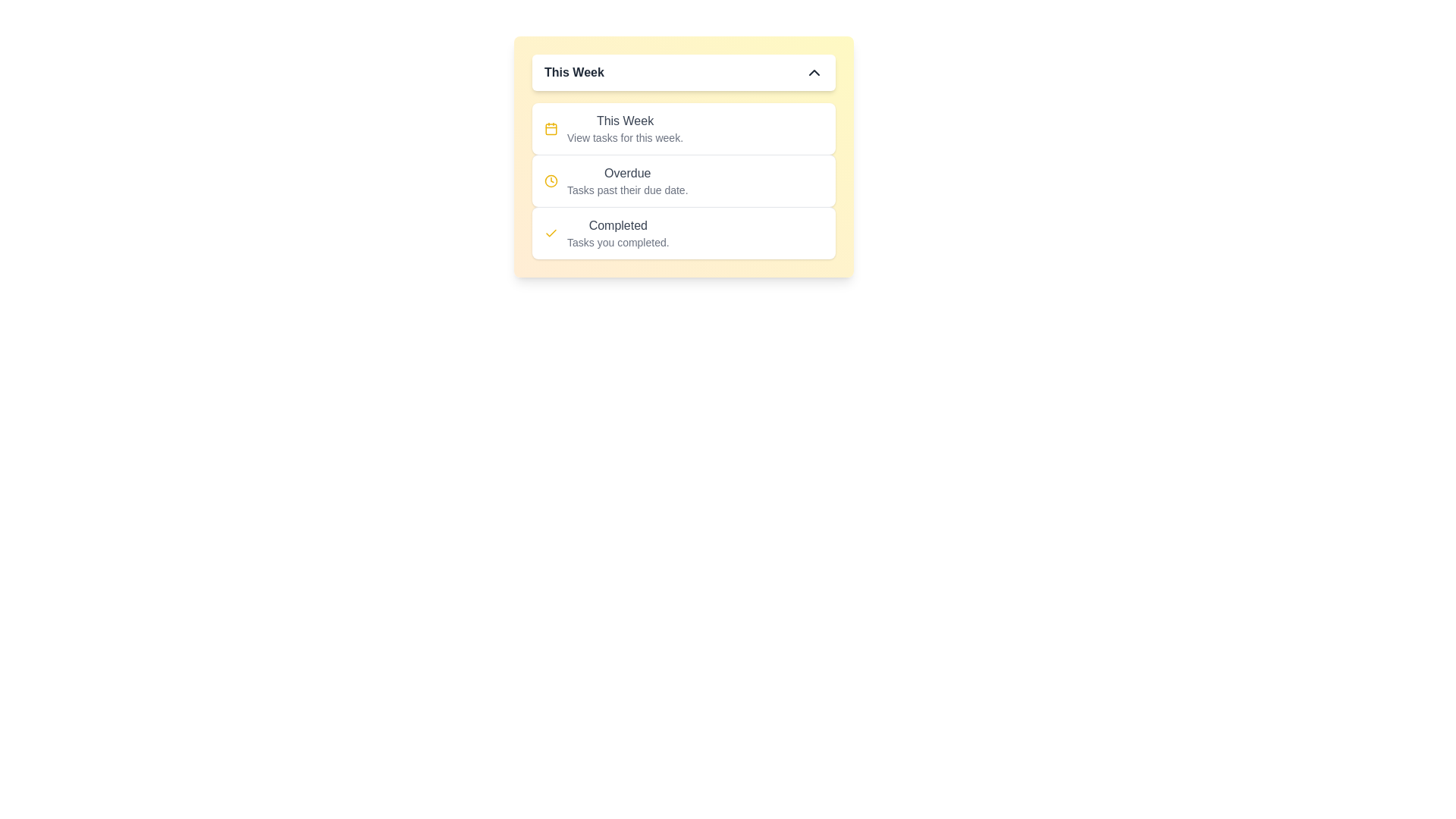  What do you see at coordinates (683, 73) in the screenshot?
I see `the header button to toggle the menu` at bounding box center [683, 73].